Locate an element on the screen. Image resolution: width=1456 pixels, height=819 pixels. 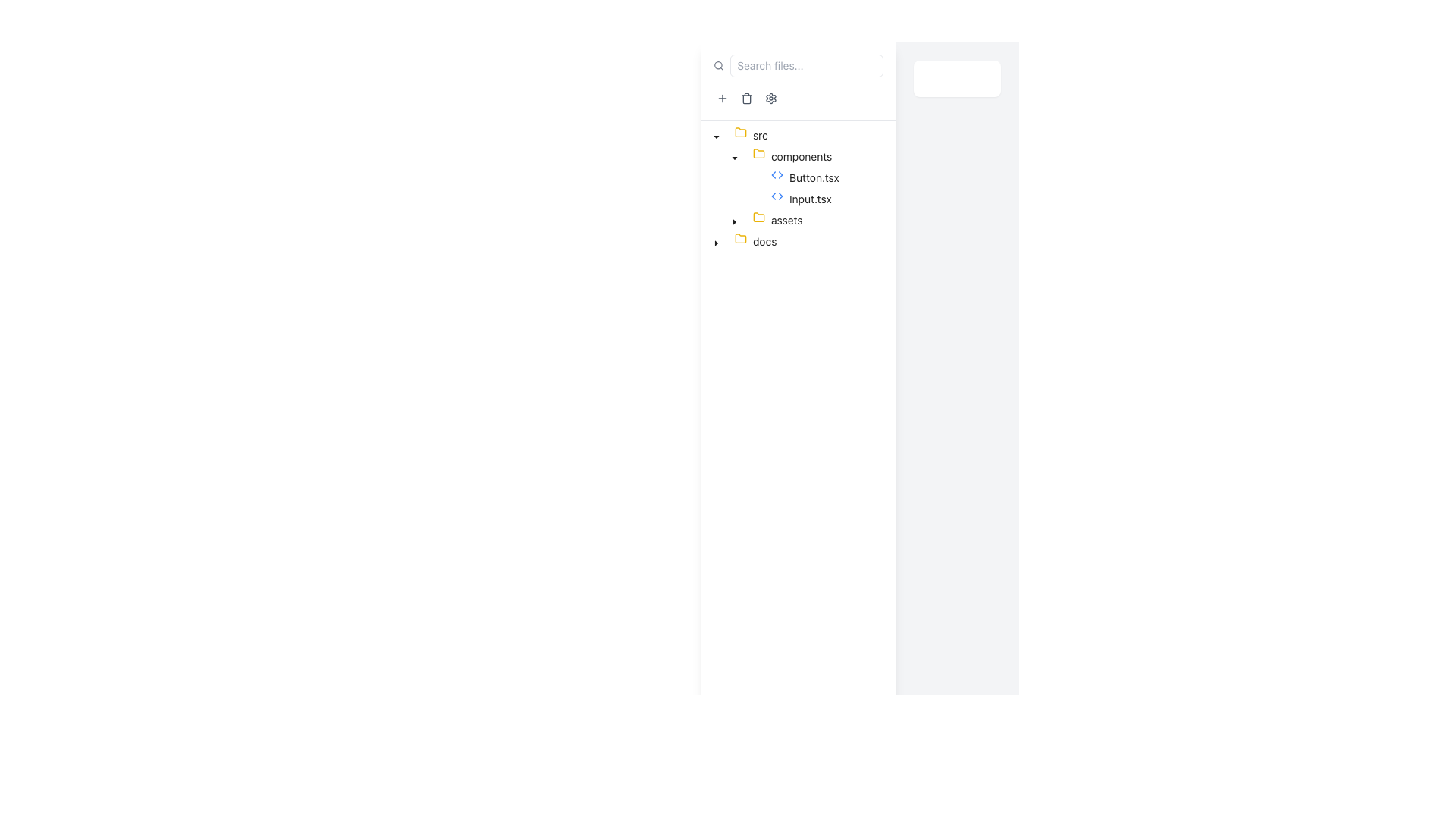
the Tree node representing the file entry named 'Input.tsx', which is the second file under the 'components' folder is located at coordinates (797, 189).